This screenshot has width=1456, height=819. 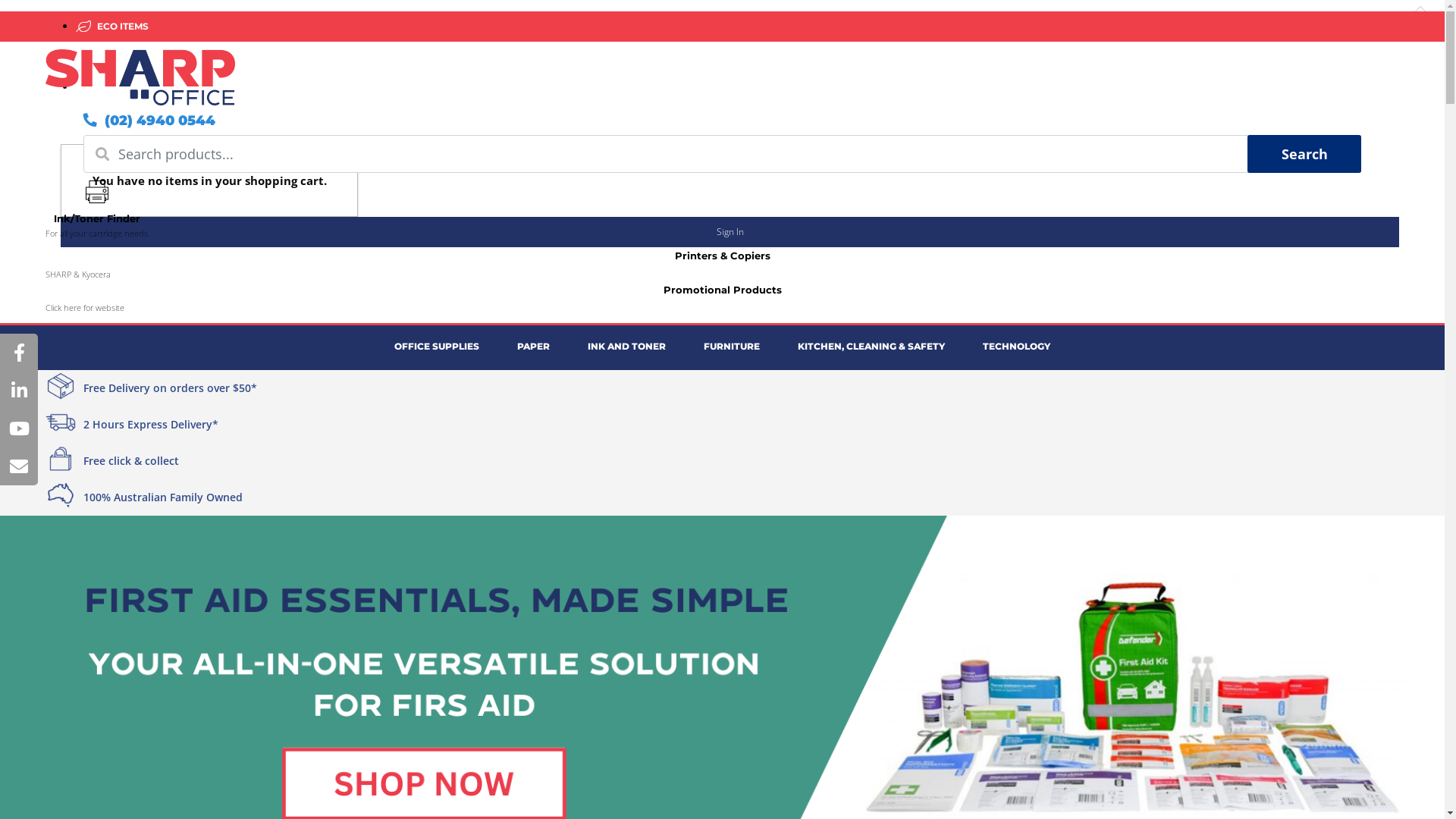 I want to click on '(02) 4940 0544', so click(x=149, y=119).